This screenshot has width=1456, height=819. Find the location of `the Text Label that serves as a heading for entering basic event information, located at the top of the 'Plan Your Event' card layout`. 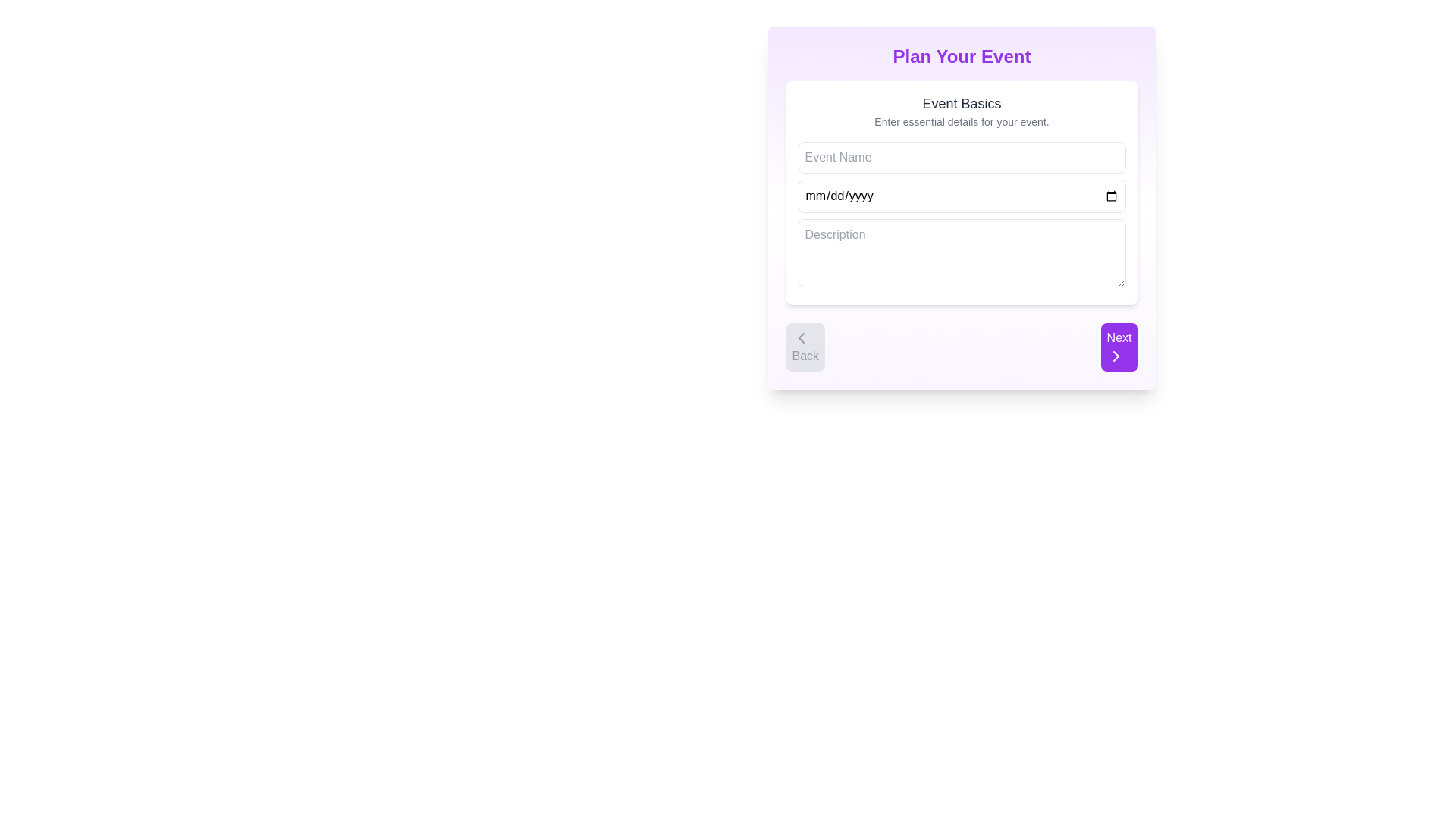

the Text Label that serves as a heading for entering basic event information, located at the top of the 'Plan Your Event' card layout is located at coordinates (961, 103).